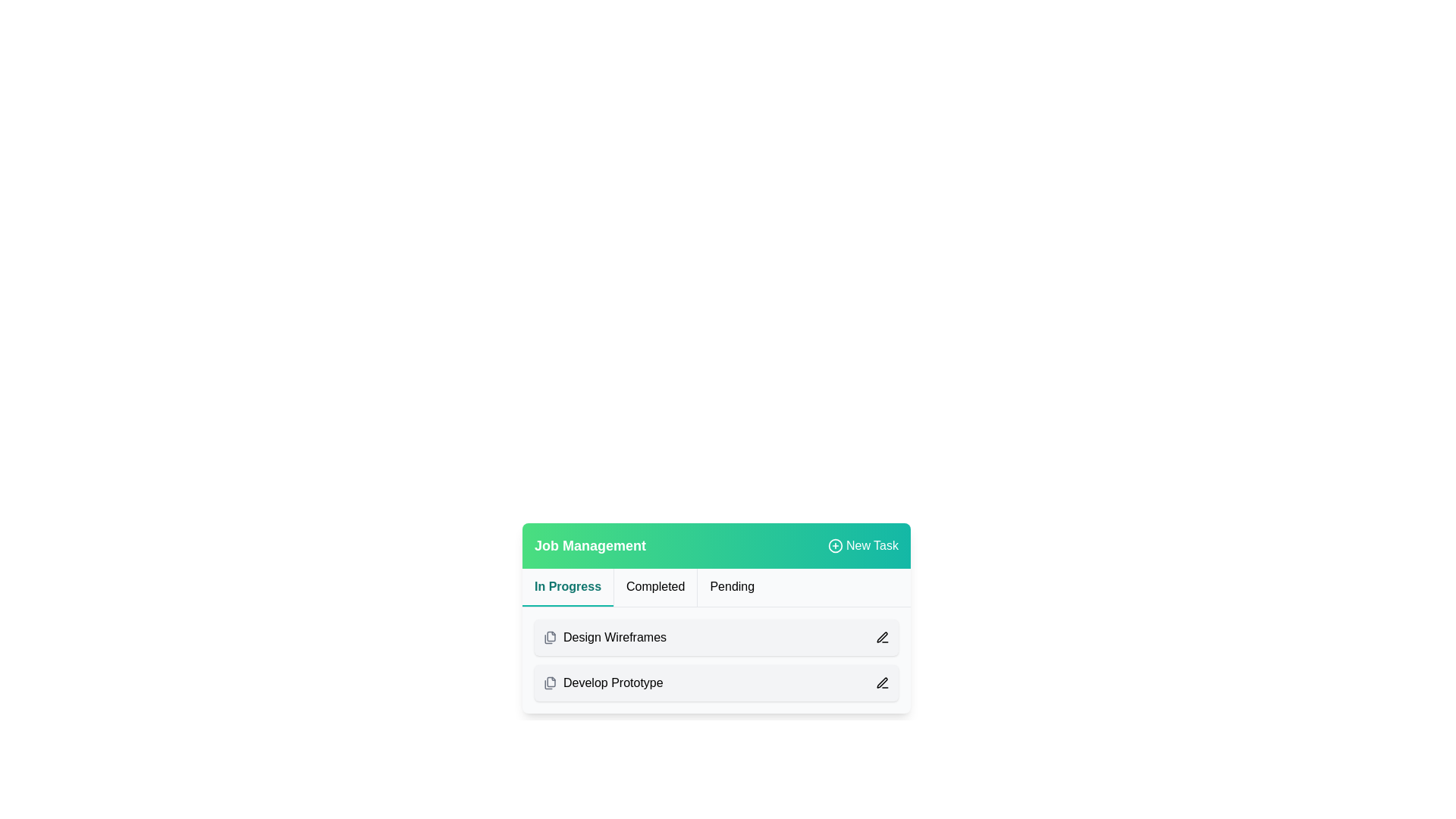  I want to click on the 'Develop Prototype' task label, which is the second item, so click(602, 683).